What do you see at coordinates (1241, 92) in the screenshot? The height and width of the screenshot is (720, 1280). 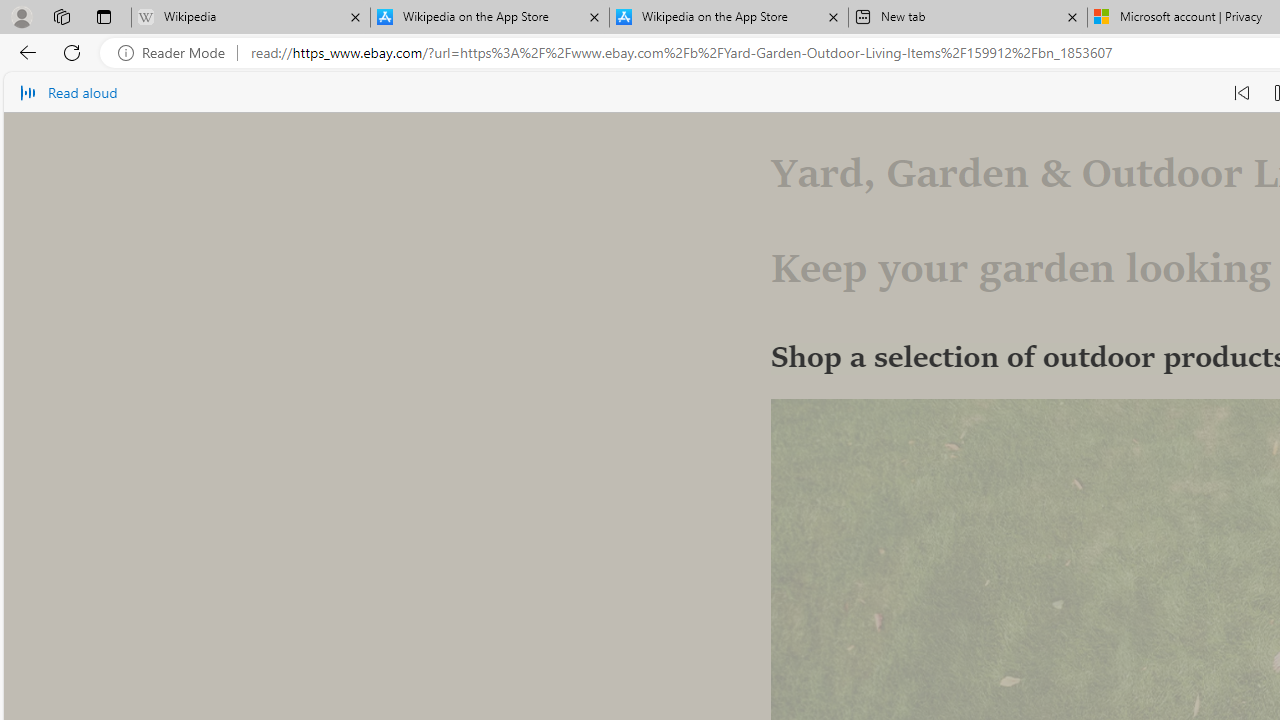 I see `'Read previous paragraph'` at bounding box center [1241, 92].